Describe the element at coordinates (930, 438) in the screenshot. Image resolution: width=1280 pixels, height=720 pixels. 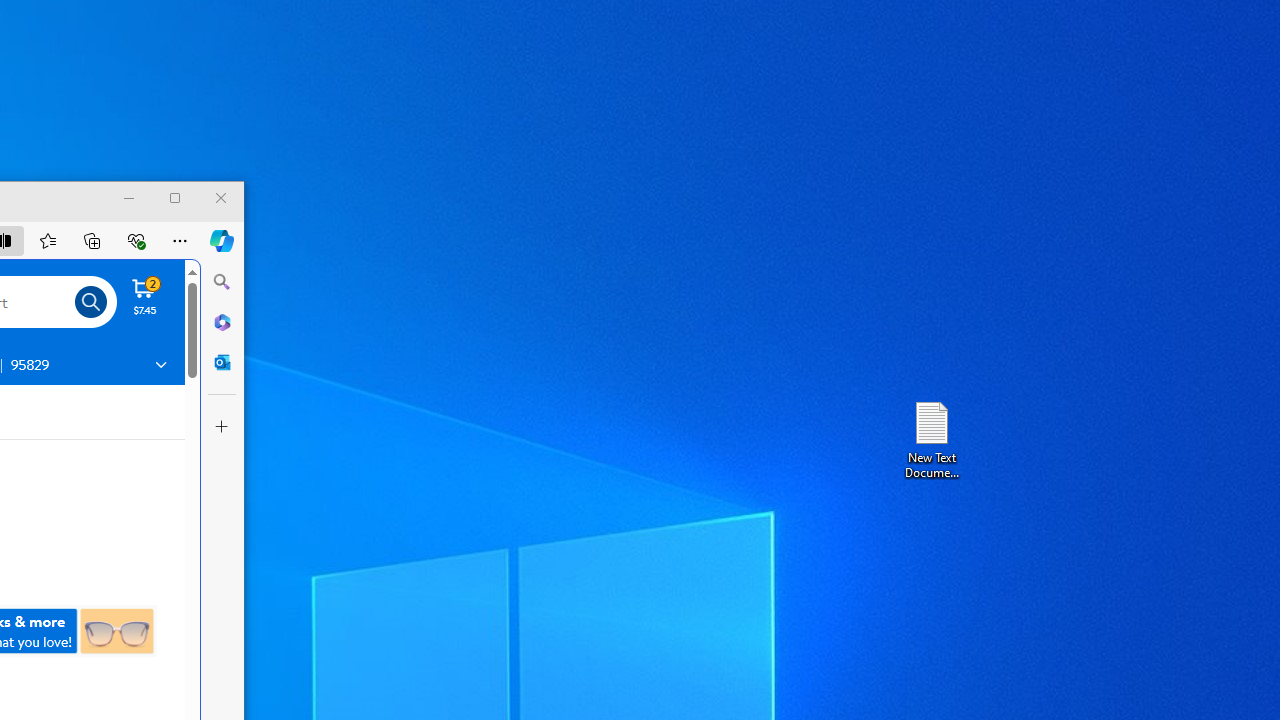
I see `'New Text Document (2)'` at that location.